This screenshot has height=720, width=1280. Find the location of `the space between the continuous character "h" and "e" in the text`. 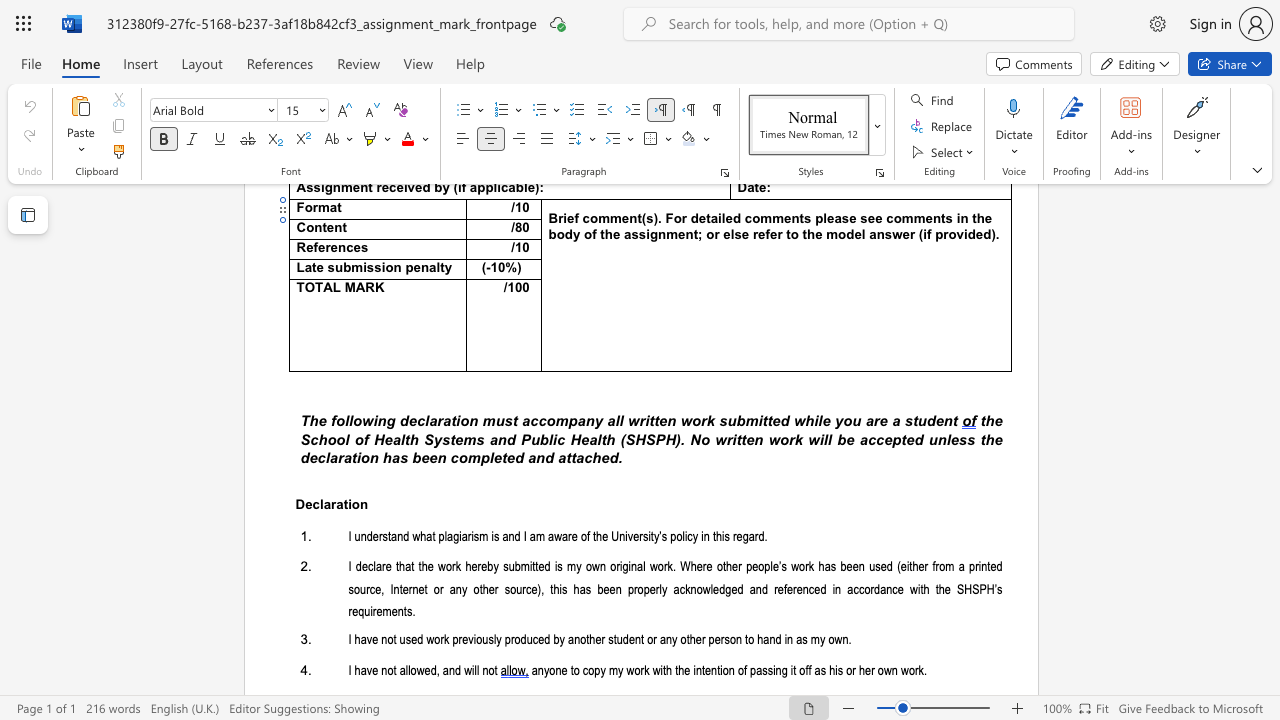

the space between the continuous character "h" and "e" in the text is located at coordinates (943, 588).